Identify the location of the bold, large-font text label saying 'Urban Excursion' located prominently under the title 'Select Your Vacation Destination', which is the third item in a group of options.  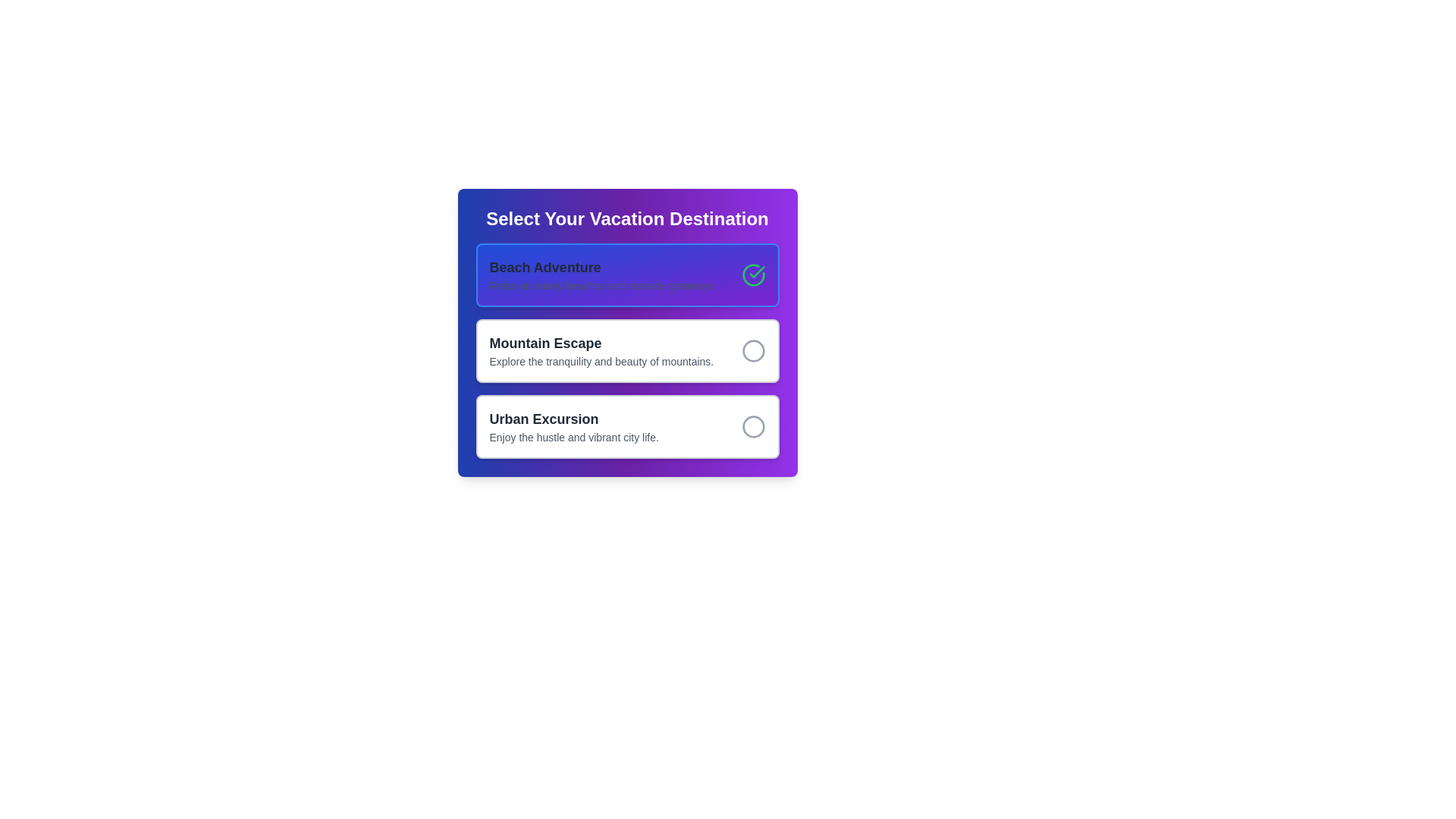
(573, 419).